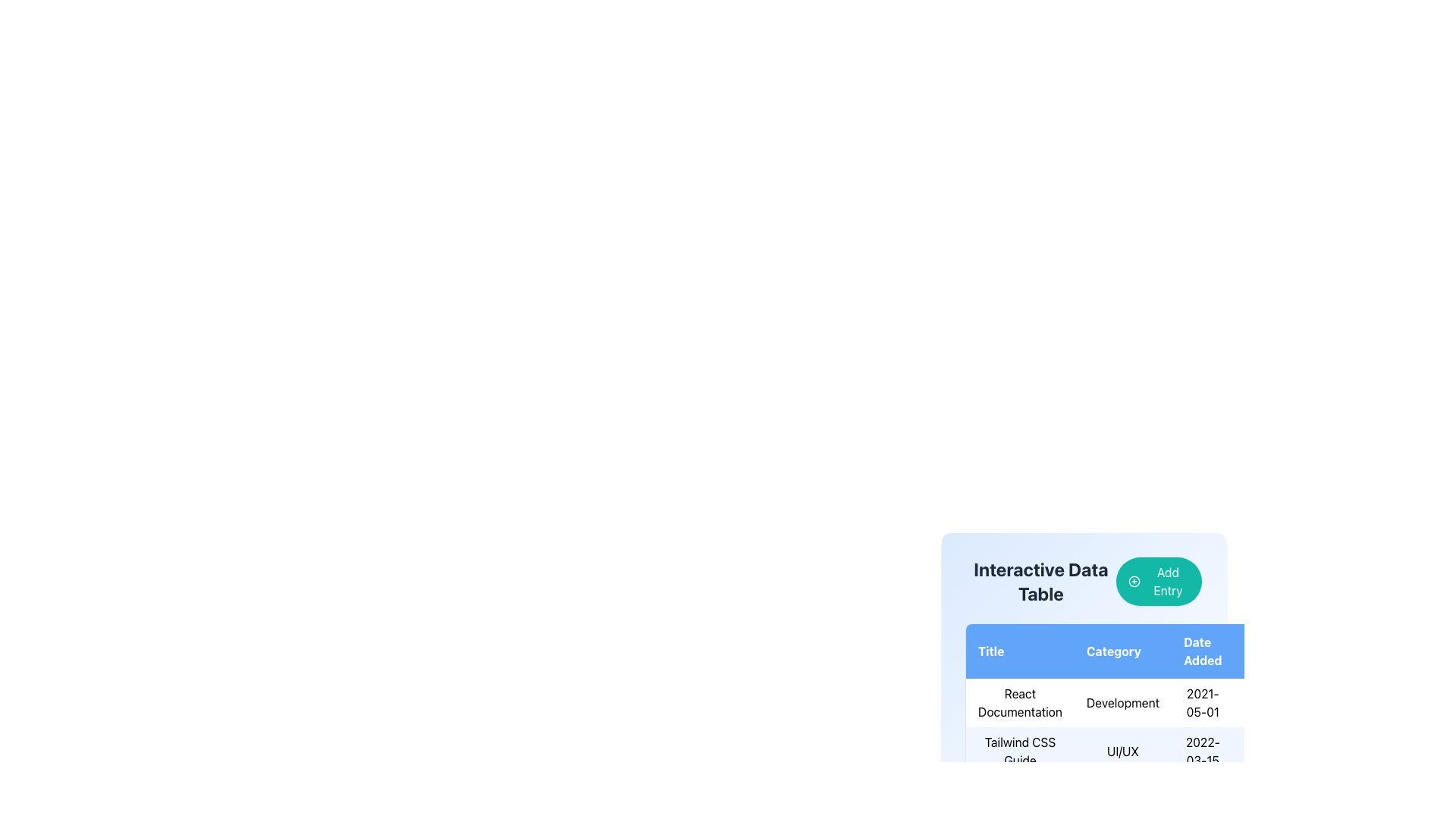 This screenshot has height=819, width=1456. What do you see at coordinates (1134, 726) in the screenshot?
I see `the second row in the data table that contains details about its title, category, and date added` at bounding box center [1134, 726].